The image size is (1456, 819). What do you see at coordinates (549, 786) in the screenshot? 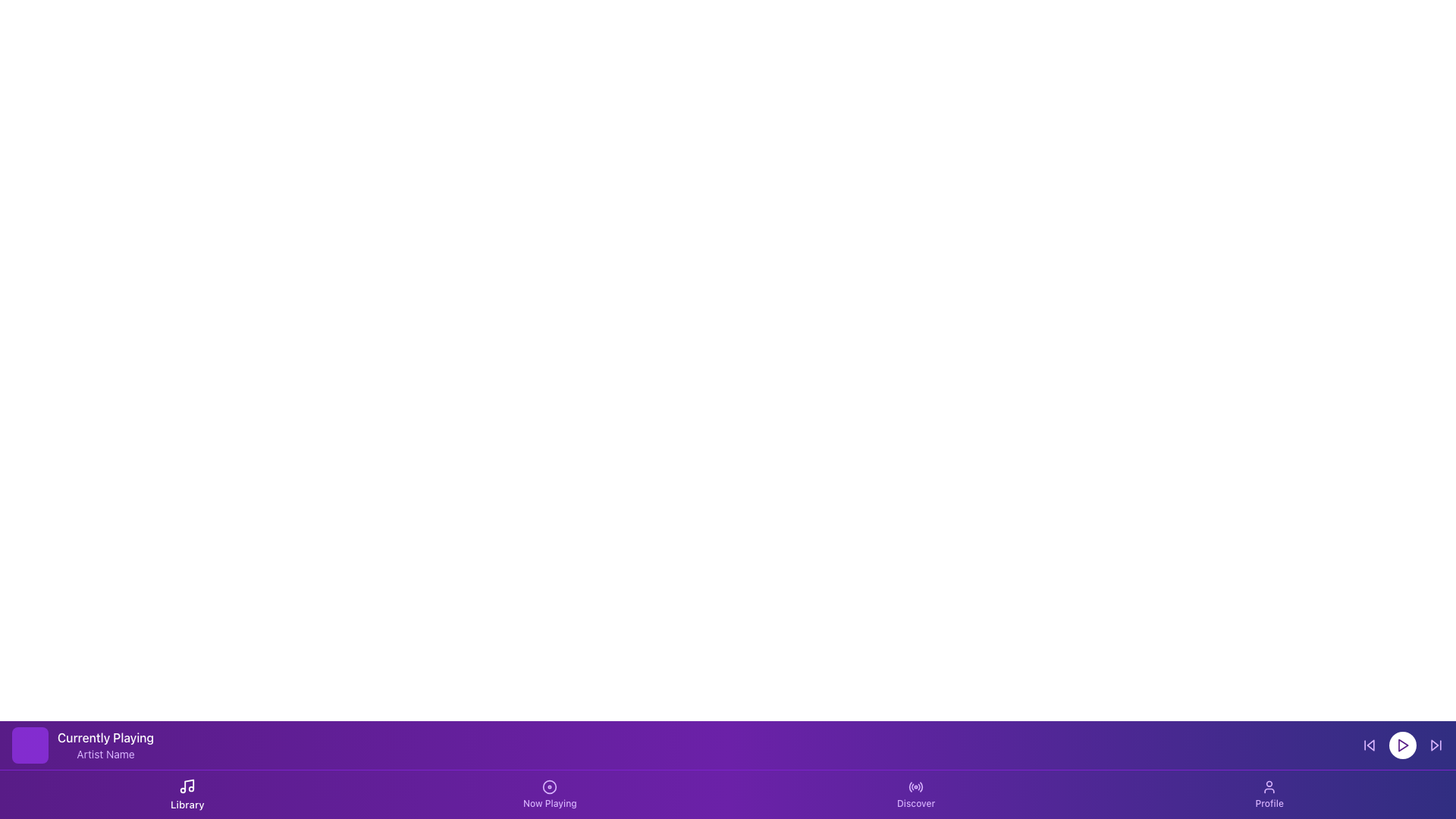
I see `the circular icon above the text 'Now Playing' in the navigation bar` at bounding box center [549, 786].